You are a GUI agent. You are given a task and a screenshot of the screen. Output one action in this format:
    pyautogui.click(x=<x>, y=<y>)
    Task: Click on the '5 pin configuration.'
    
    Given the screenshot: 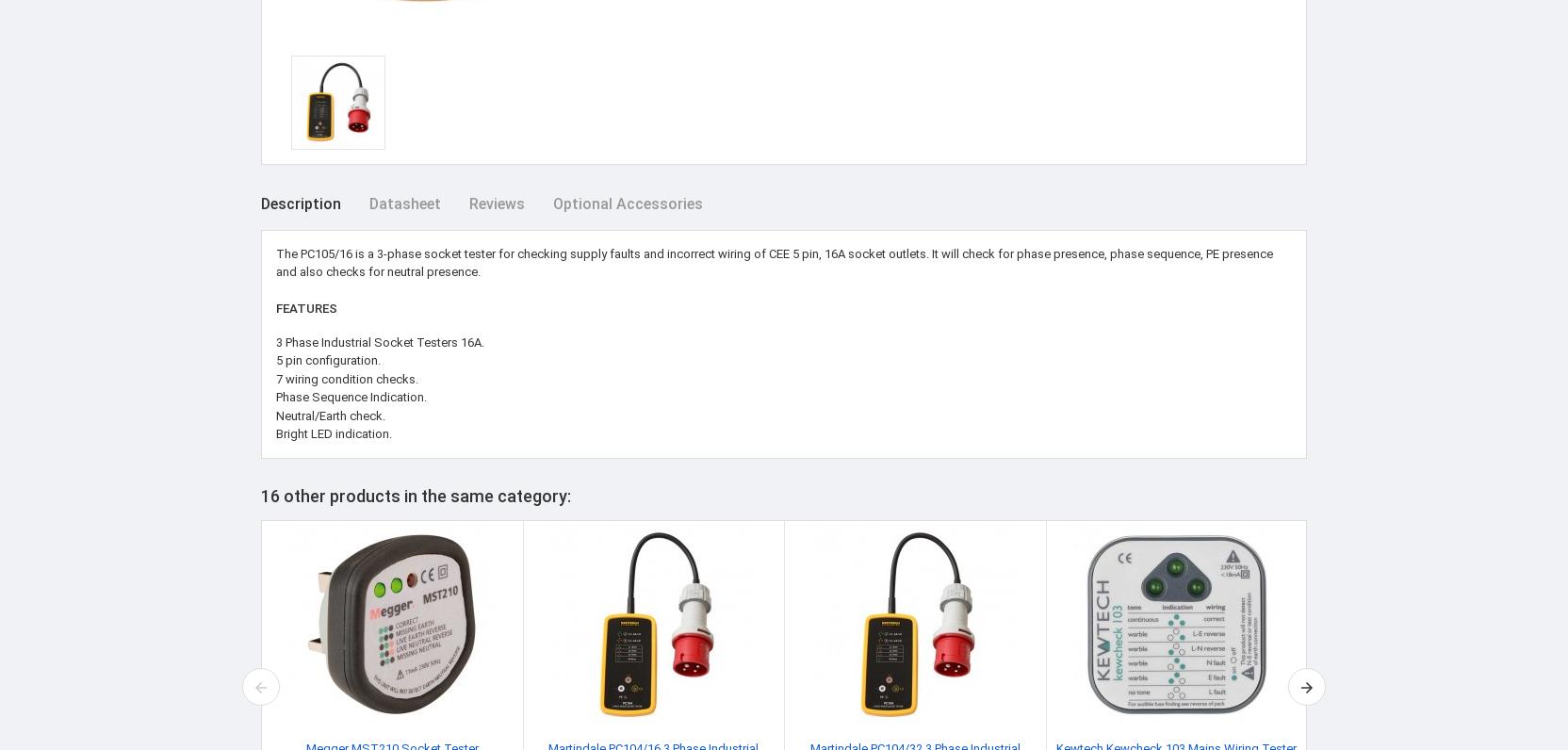 What is the action you would take?
    pyautogui.click(x=328, y=360)
    